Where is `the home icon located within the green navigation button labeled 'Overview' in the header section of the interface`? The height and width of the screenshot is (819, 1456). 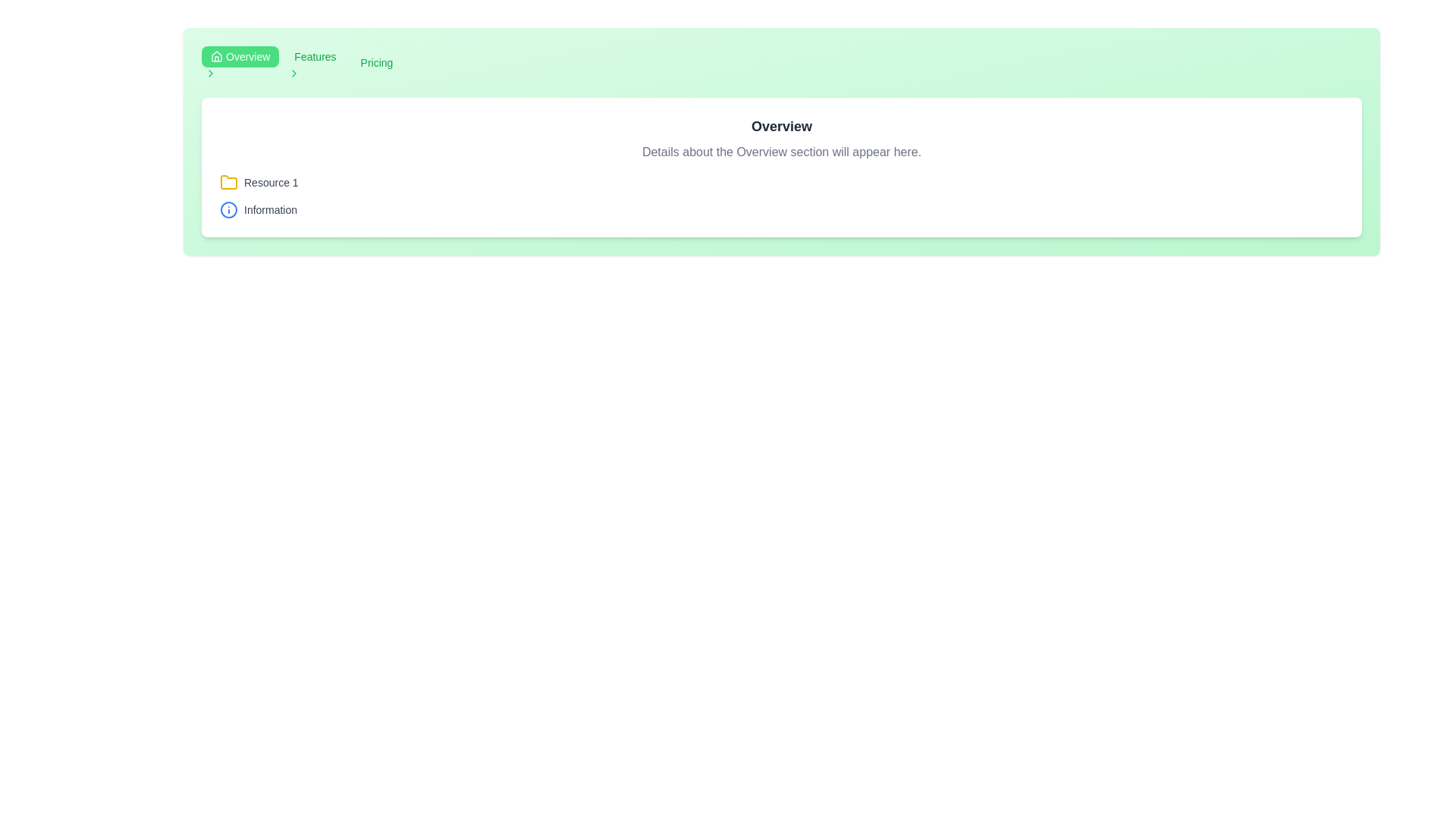 the home icon located within the green navigation button labeled 'Overview' in the header section of the interface is located at coordinates (216, 55).